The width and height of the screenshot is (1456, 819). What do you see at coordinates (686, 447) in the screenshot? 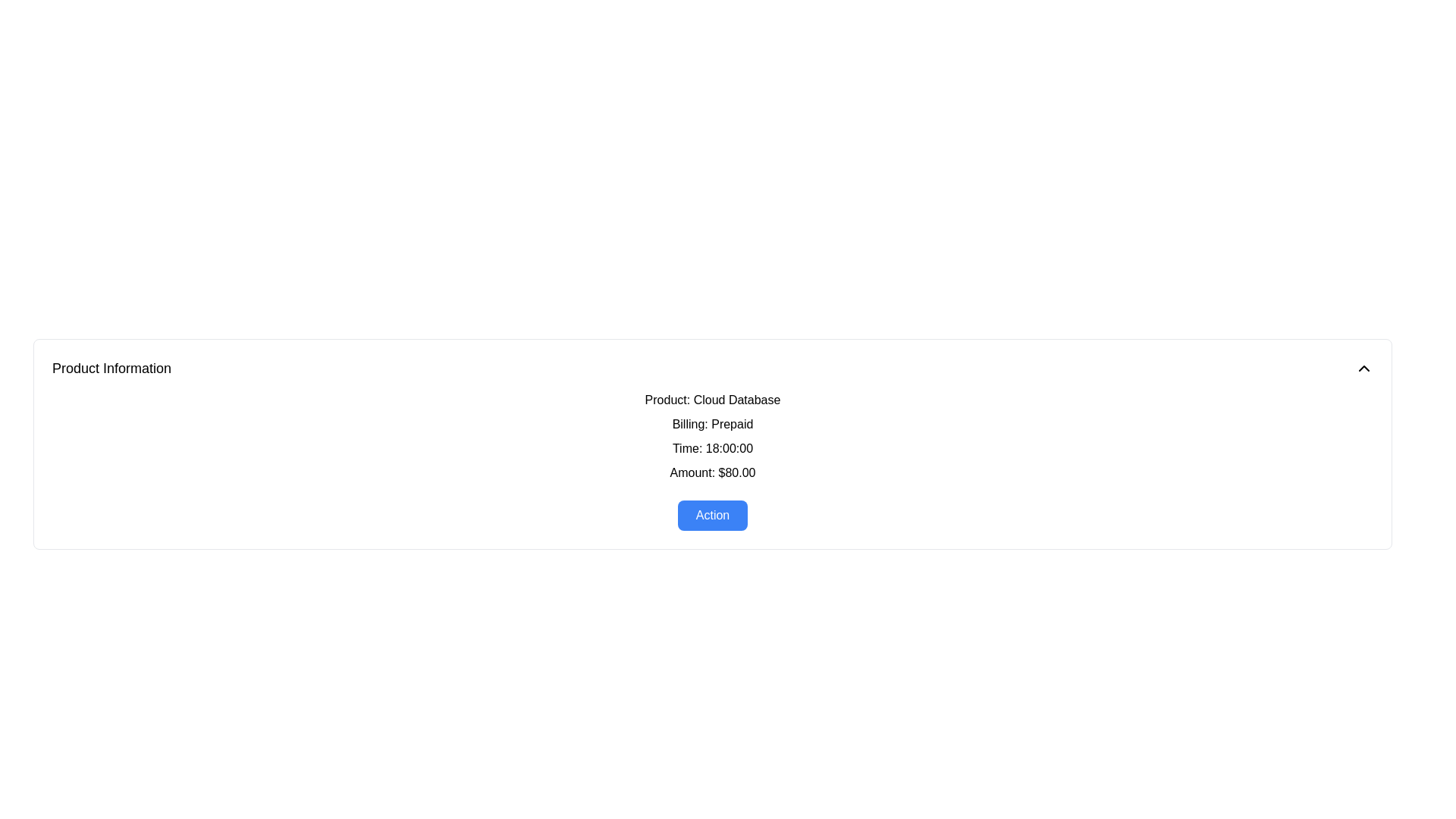
I see `the textual label reading 'Time:' which is located in the 'Product Information' section, positioned to the left of the time value '18:00:00'` at bounding box center [686, 447].